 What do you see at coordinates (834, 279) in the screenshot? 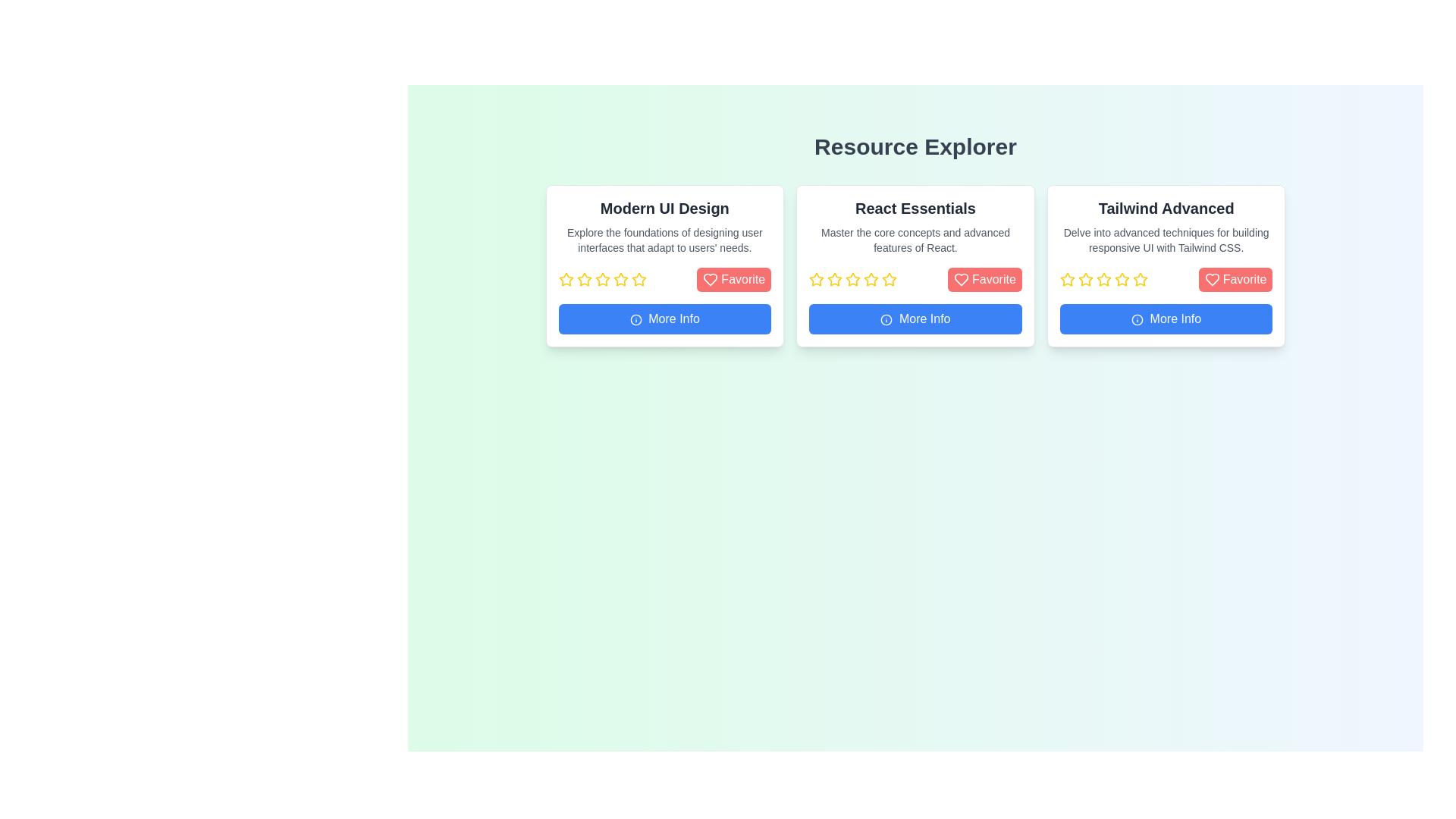
I see `the second star icon in the five-star rating component within the 'React Essentials' card` at bounding box center [834, 279].